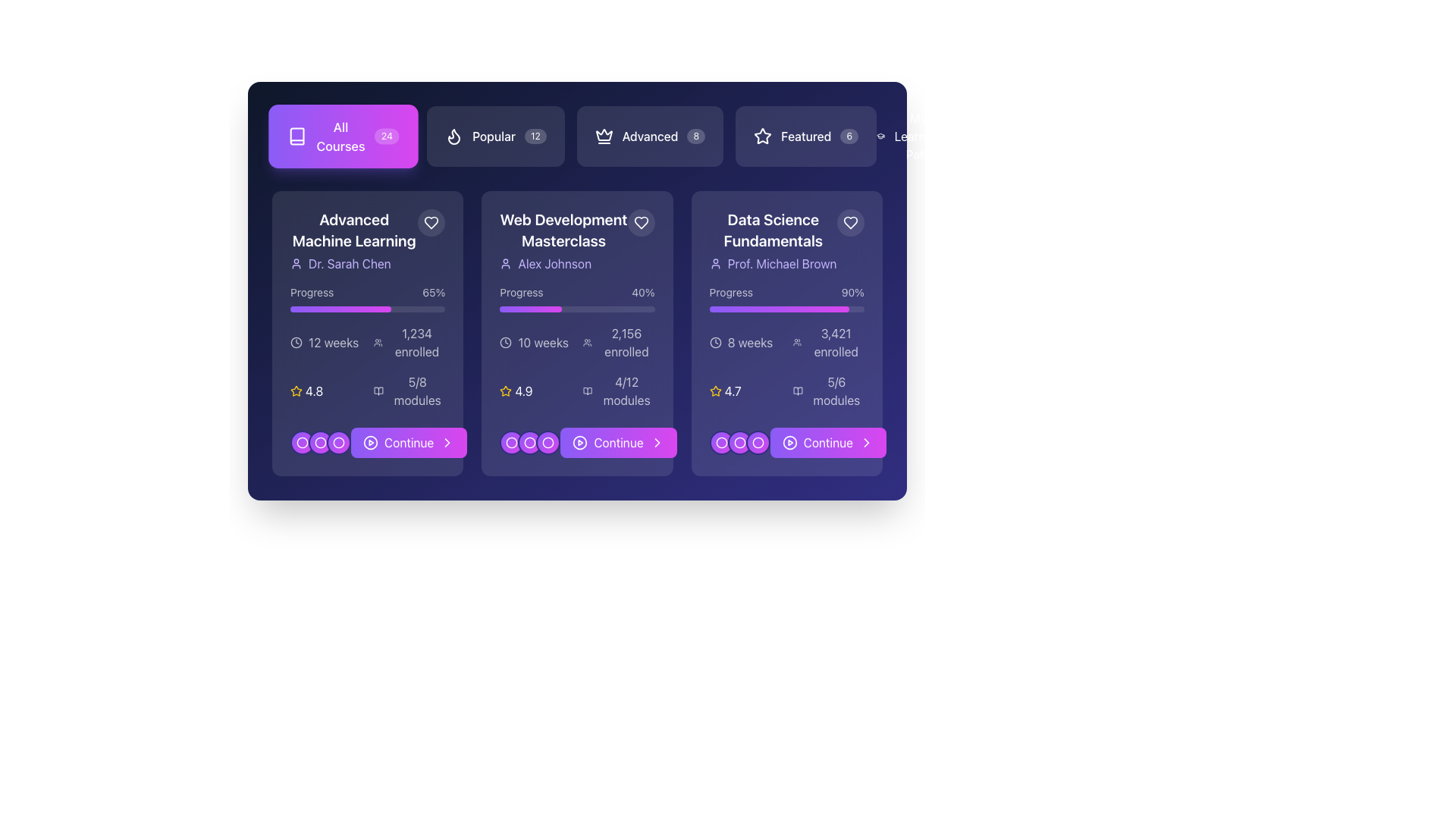 Image resolution: width=1456 pixels, height=819 pixels. What do you see at coordinates (319, 442) in the screenshot?
I see `the second circular indicator located below the text 'Advanced Machine Learning'` at bounding box center [319, 442].